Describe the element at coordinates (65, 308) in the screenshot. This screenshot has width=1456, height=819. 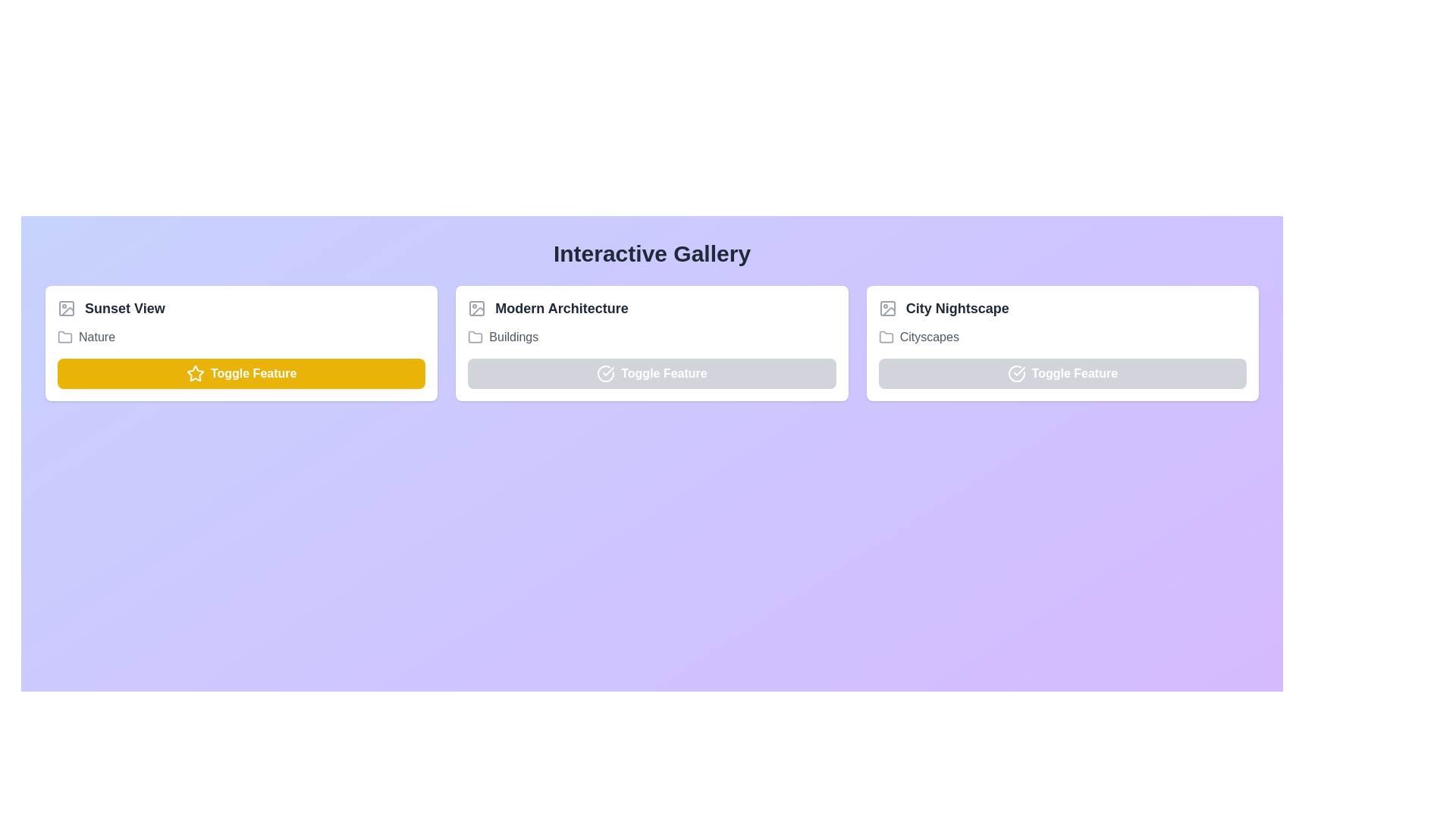
I see `the icon depicting an image frame with a small circle located in the top-left corner of the 'Sunset View' card` at that location.